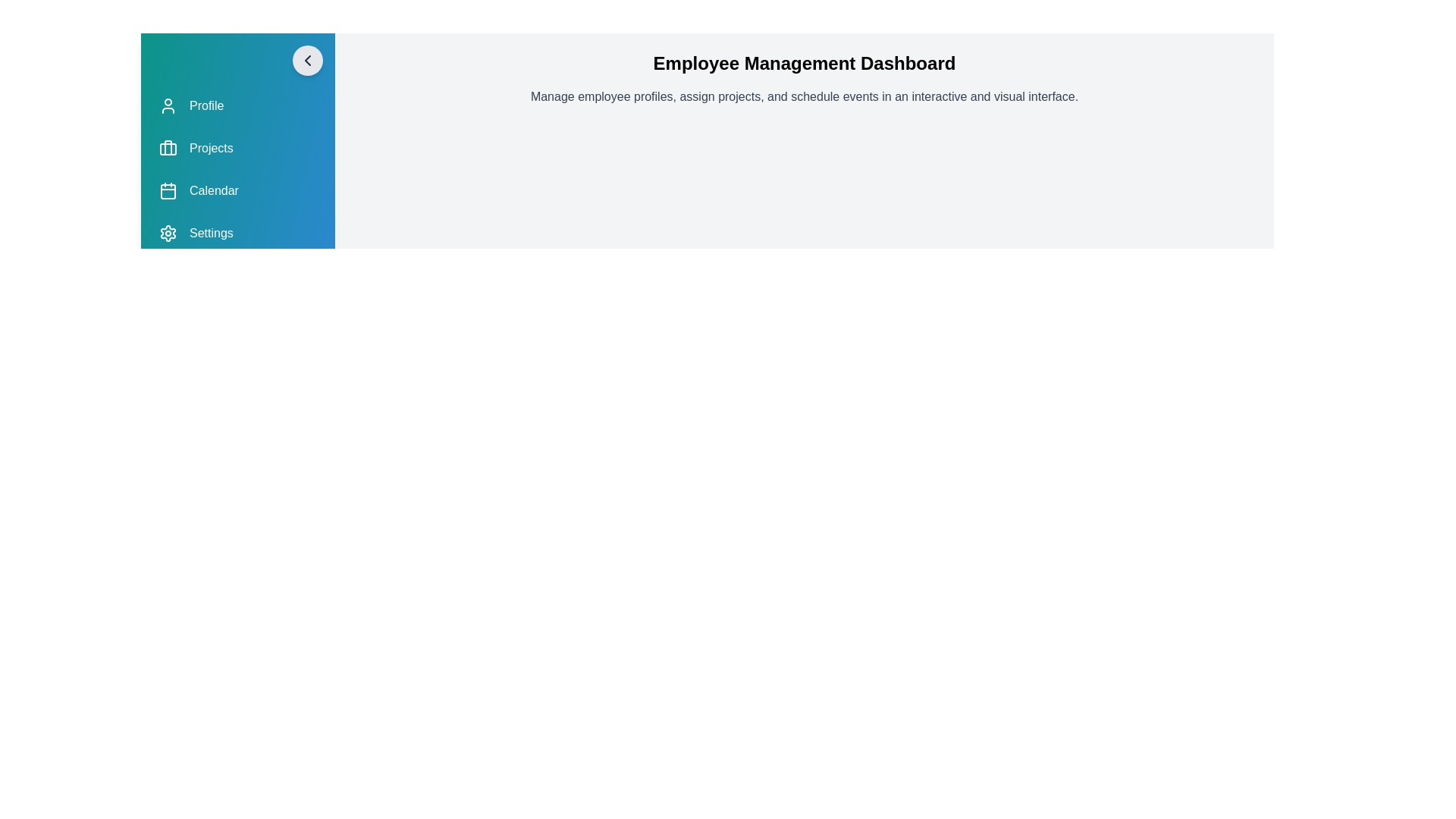 The height and width of the screenshot is (819, 1456). What do you see at coordinates (168, 190) in the screenshot?
I see `the Calendar icon in the navigation drawer` at bounding box center [168, 190].